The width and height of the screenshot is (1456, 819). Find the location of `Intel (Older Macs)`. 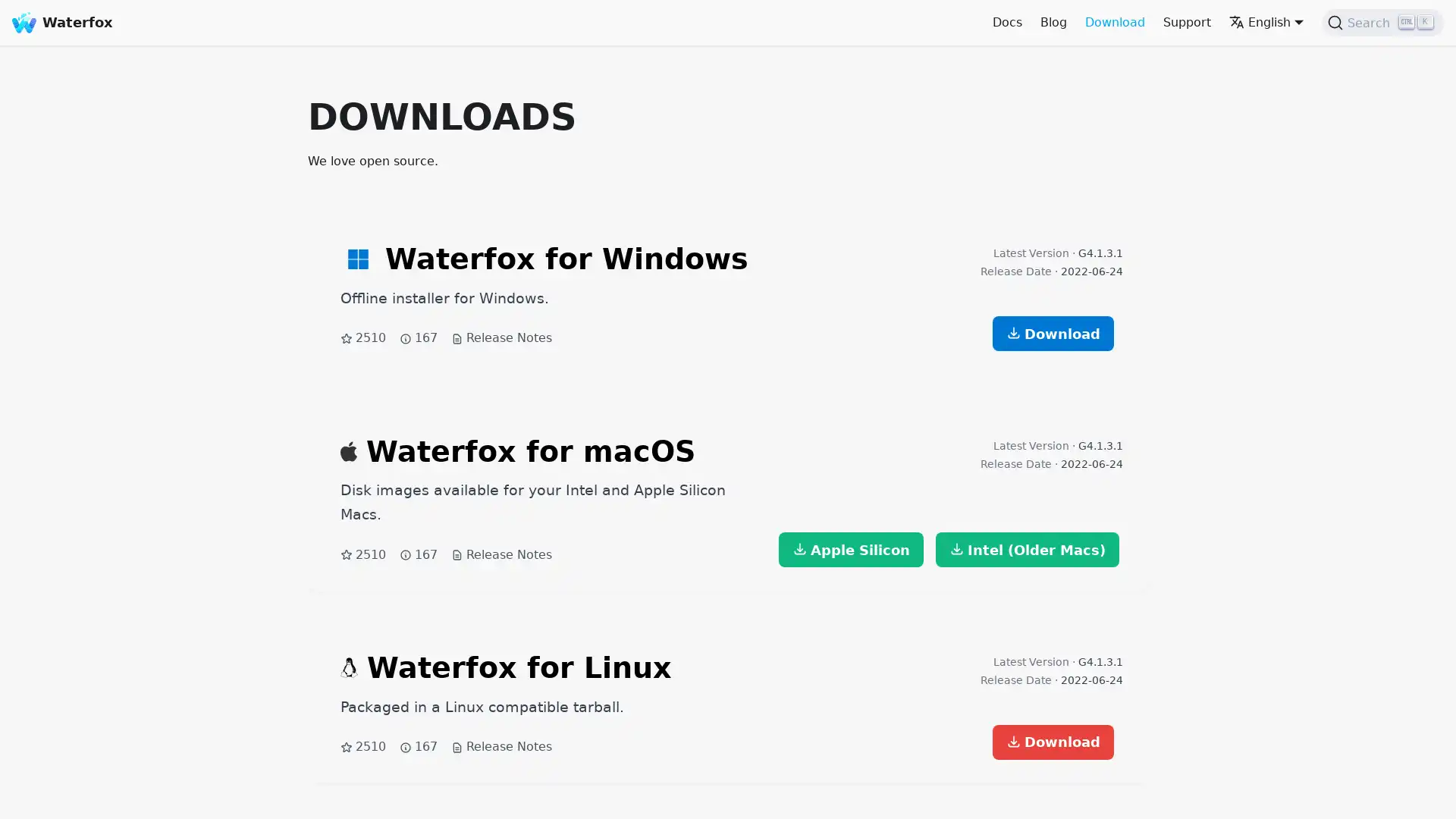

Intel (Older Macs) is located at coordinates (1027, 550).